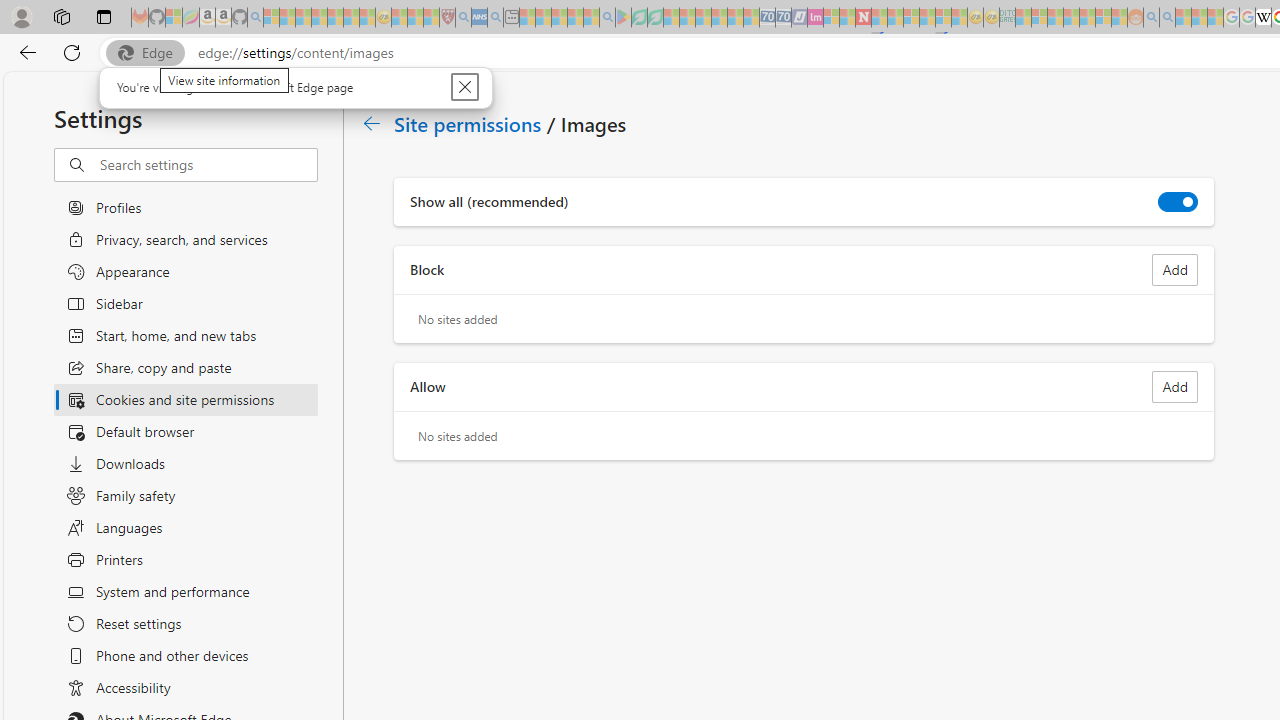 This screenshot has height=720, width=1280. What do you see at coordinates (495, 17) in the screenshot?
I see `'utah sues federal government - Search - Sleeping'` at bounding box center [495, 17].